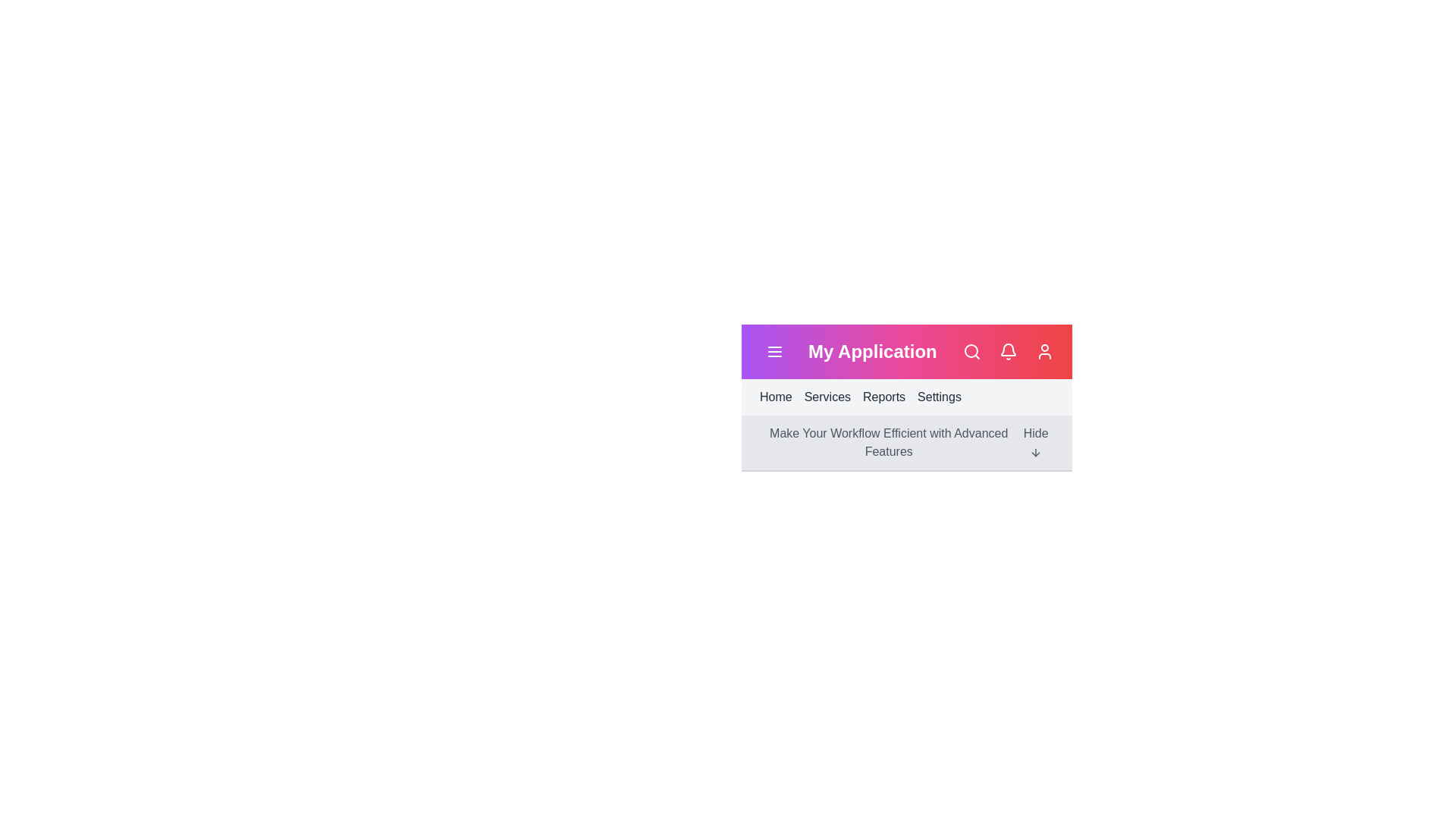 The image size is (1456, 819). I want to click on the search icon in the header, so click(971, 351).